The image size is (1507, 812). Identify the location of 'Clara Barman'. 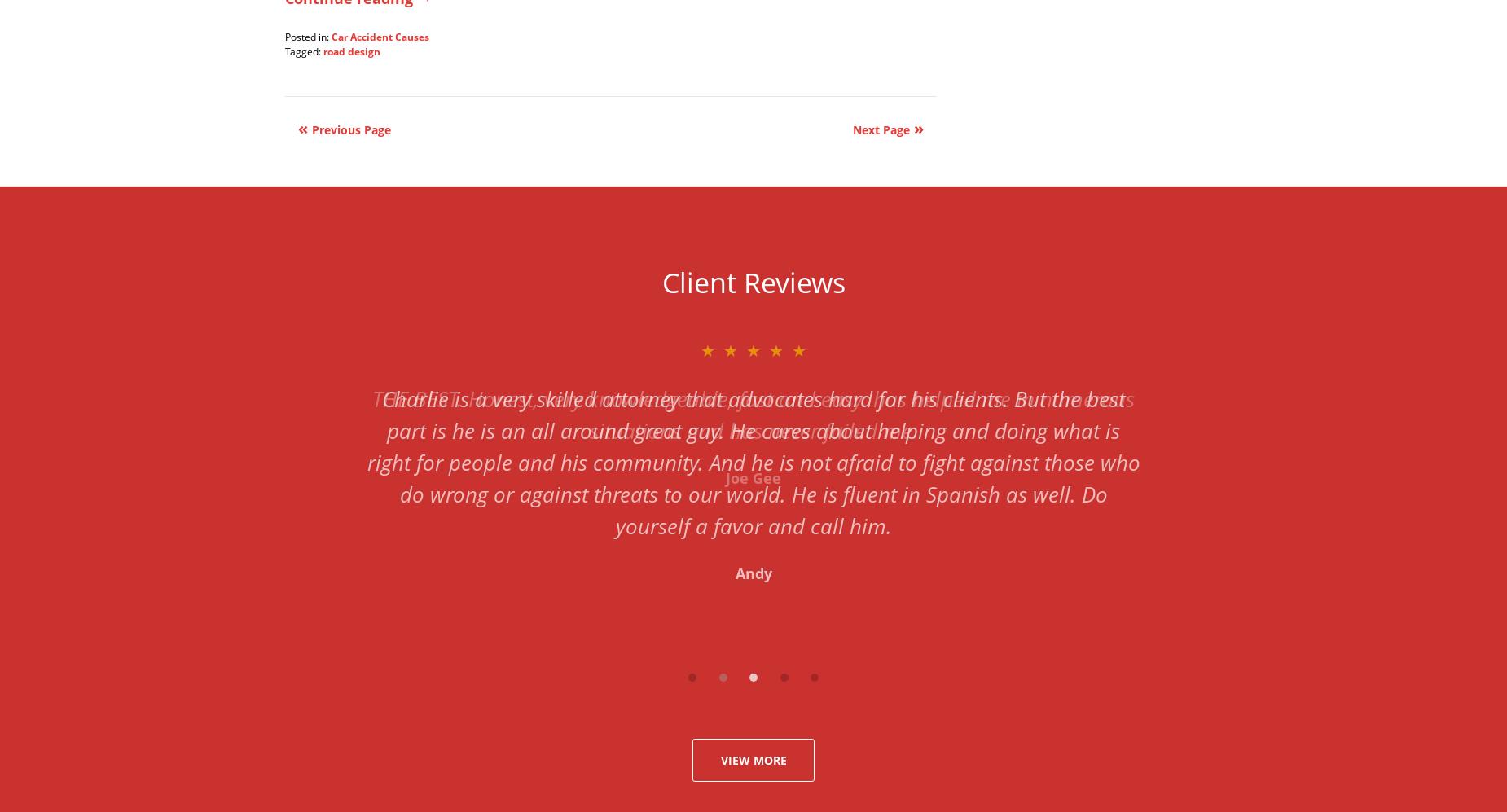
(753, 508).